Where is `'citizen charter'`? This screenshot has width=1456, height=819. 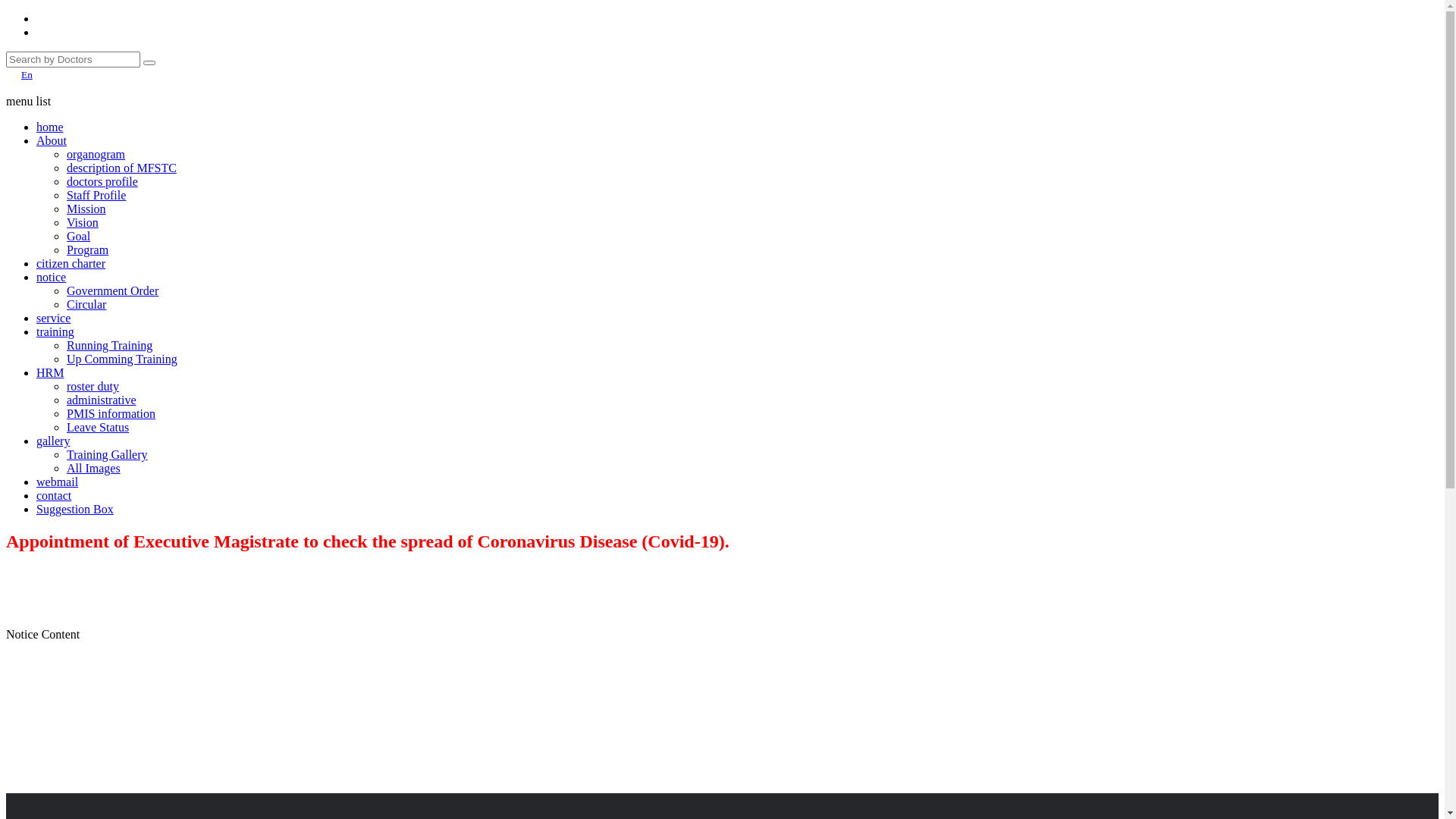 'citizen charter' is located at coordinates (70, 262).